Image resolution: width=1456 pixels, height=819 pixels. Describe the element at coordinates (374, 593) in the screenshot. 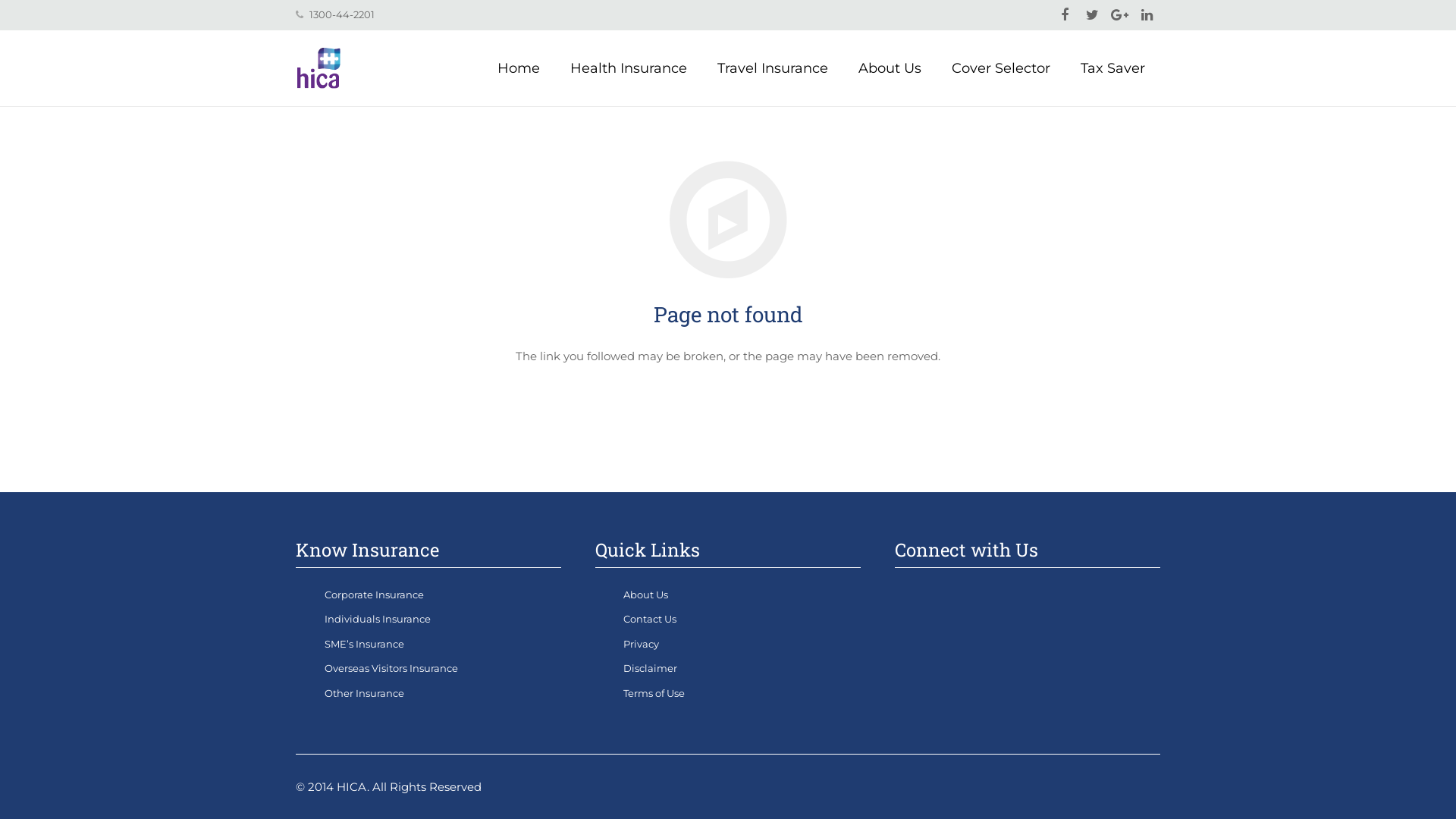

I see `'Corporate Insurance'` at that location.